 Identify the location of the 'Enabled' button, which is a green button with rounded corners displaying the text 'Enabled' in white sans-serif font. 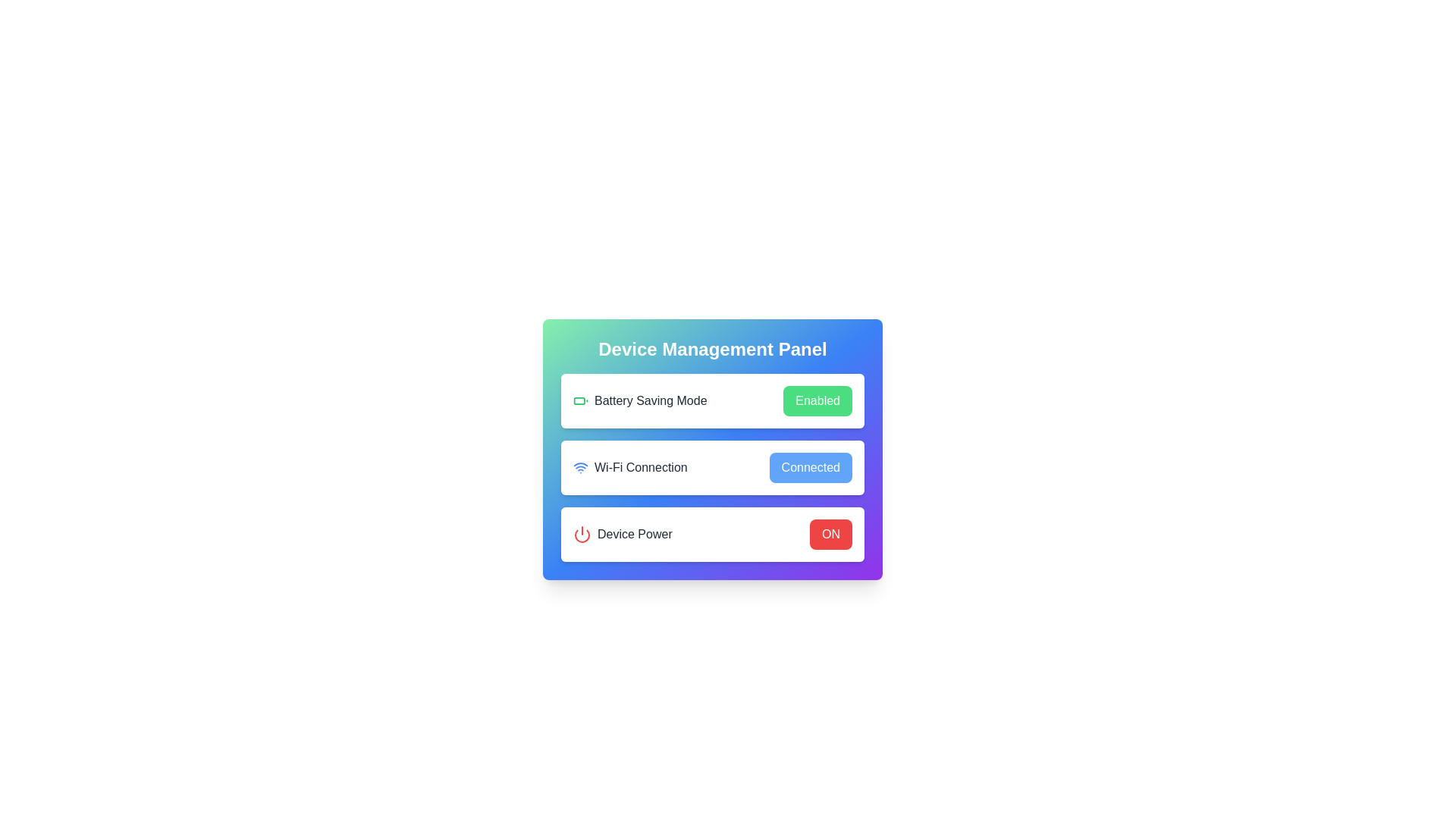
(817, 400).